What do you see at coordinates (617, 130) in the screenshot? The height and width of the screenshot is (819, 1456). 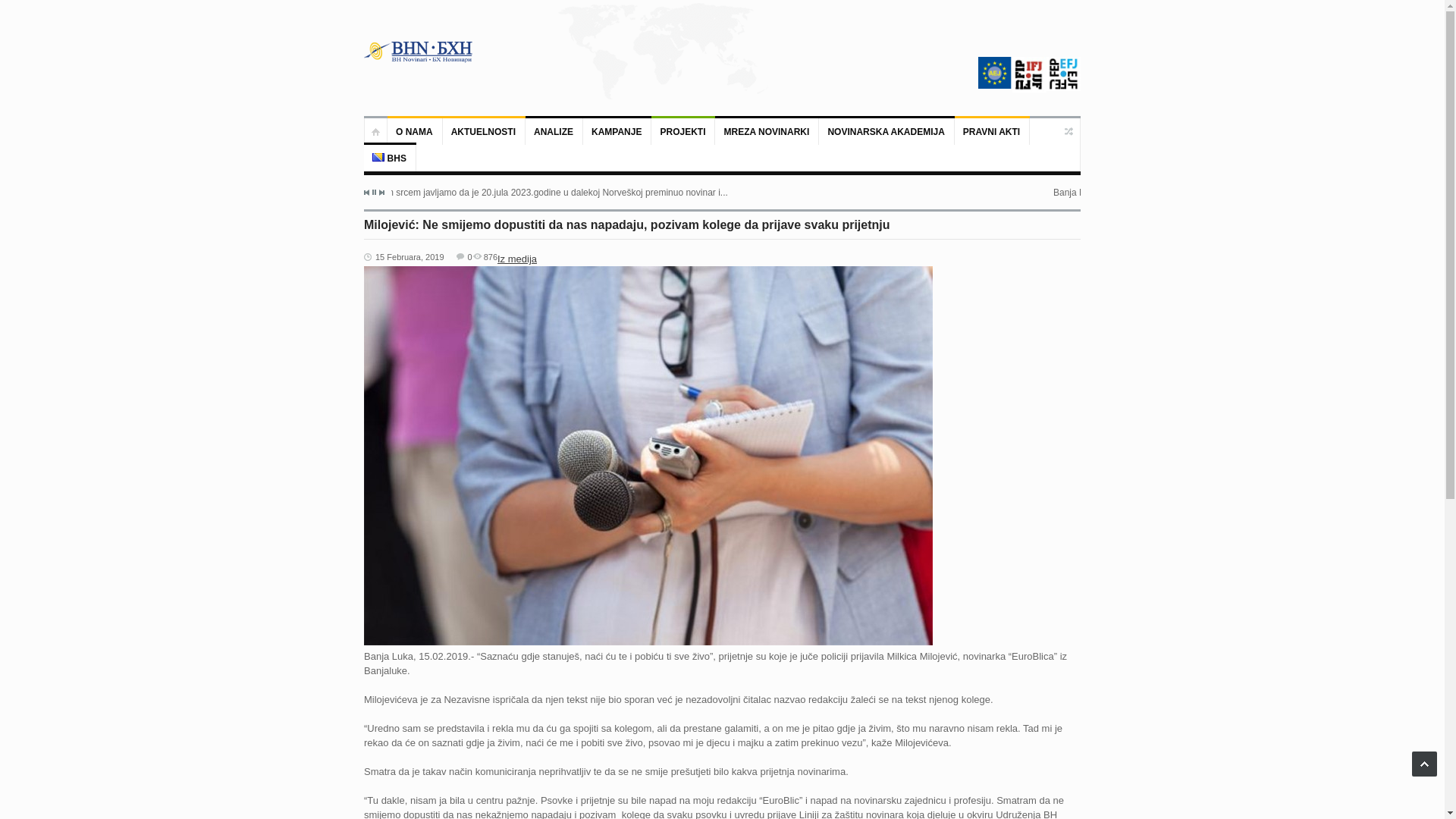 I see `'KAMPANJE'` at bounding box center [617, 130].